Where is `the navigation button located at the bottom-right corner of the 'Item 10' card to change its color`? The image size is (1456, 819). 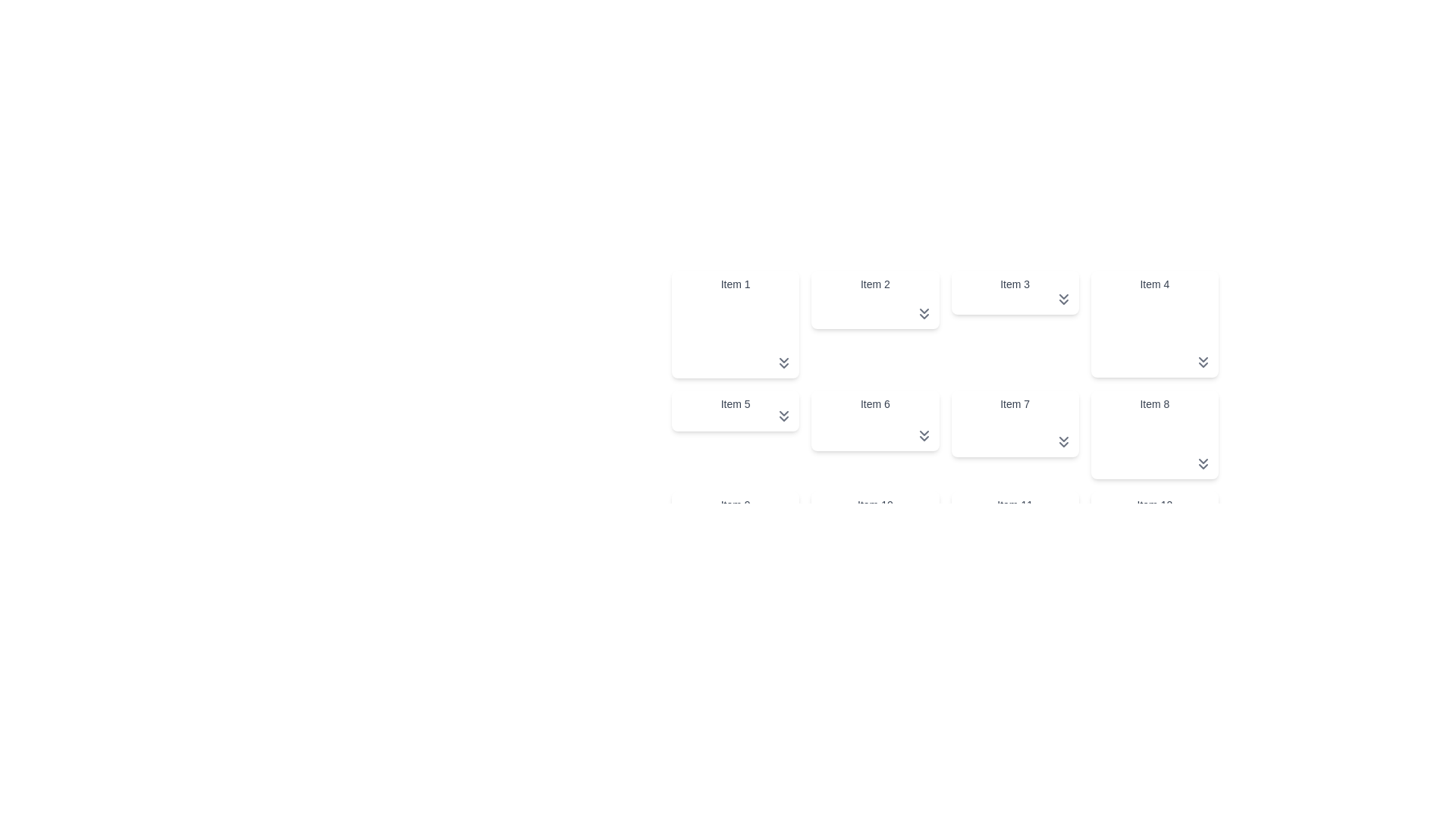 the navigation button located at the bottom-right corner of the 'Item 10' card to change its color is located at coordinates (923, 543).